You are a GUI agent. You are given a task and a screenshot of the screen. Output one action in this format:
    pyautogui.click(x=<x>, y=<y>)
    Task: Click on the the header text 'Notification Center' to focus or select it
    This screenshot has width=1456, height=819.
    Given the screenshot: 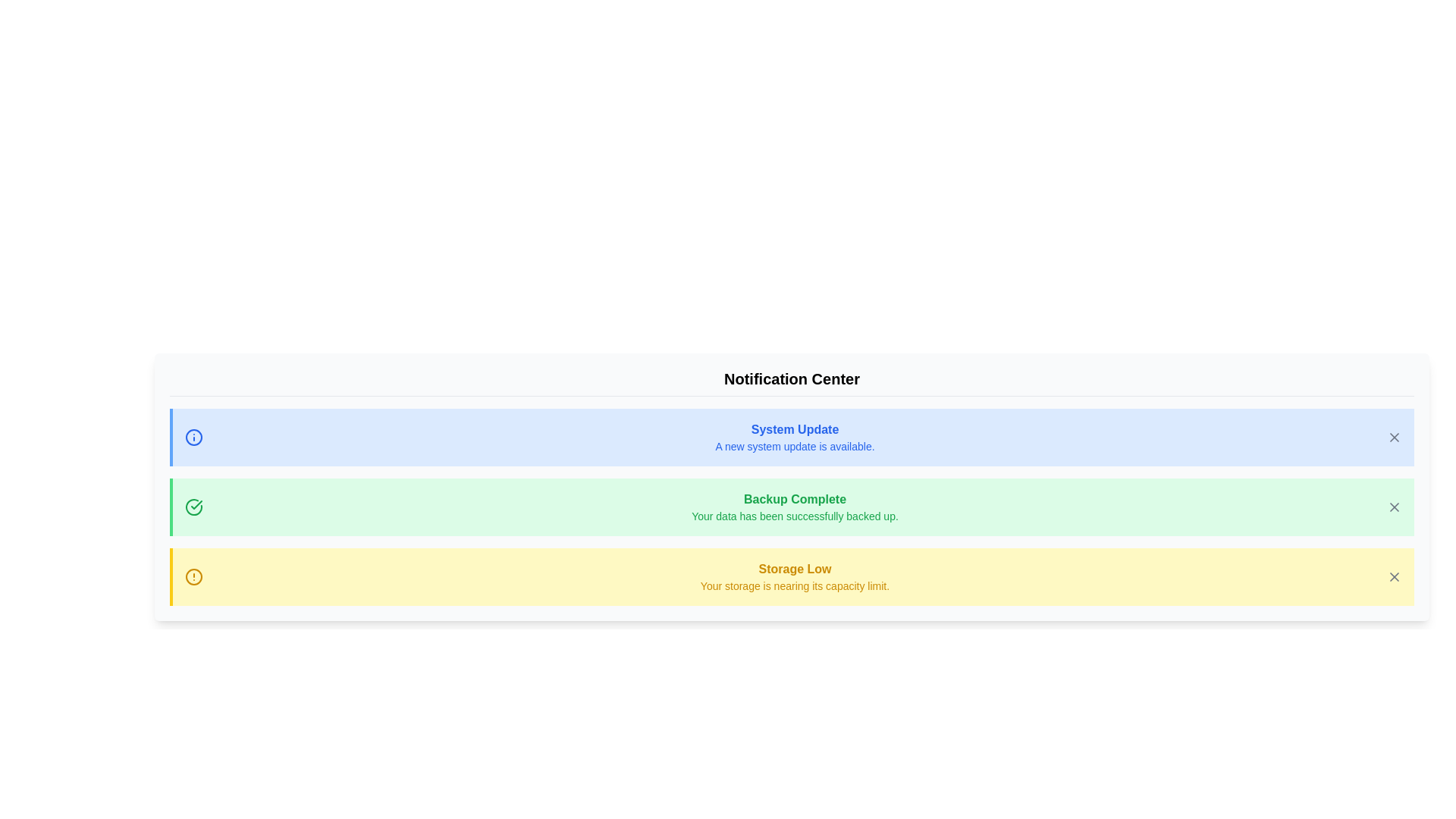 What is the action you would take?
    pyautogui.click(x=791, y=378)
    